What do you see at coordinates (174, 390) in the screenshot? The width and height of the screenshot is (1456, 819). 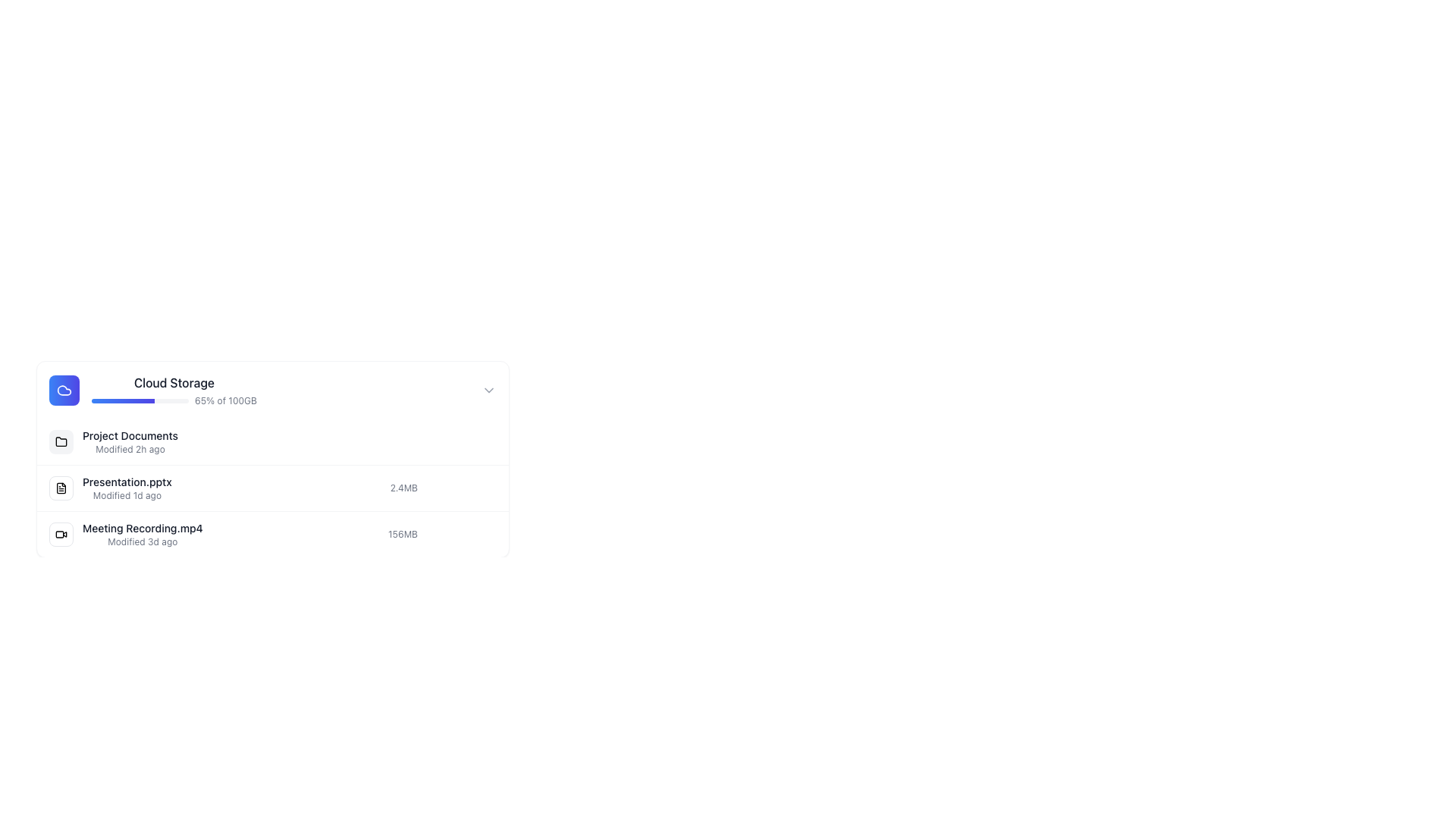 I see `the Progress Bar labeled 'Cloud Storage' which shows '65% of 100GB' usage and is located in the first row of the list-like structure` at bounding box center [174, 390].